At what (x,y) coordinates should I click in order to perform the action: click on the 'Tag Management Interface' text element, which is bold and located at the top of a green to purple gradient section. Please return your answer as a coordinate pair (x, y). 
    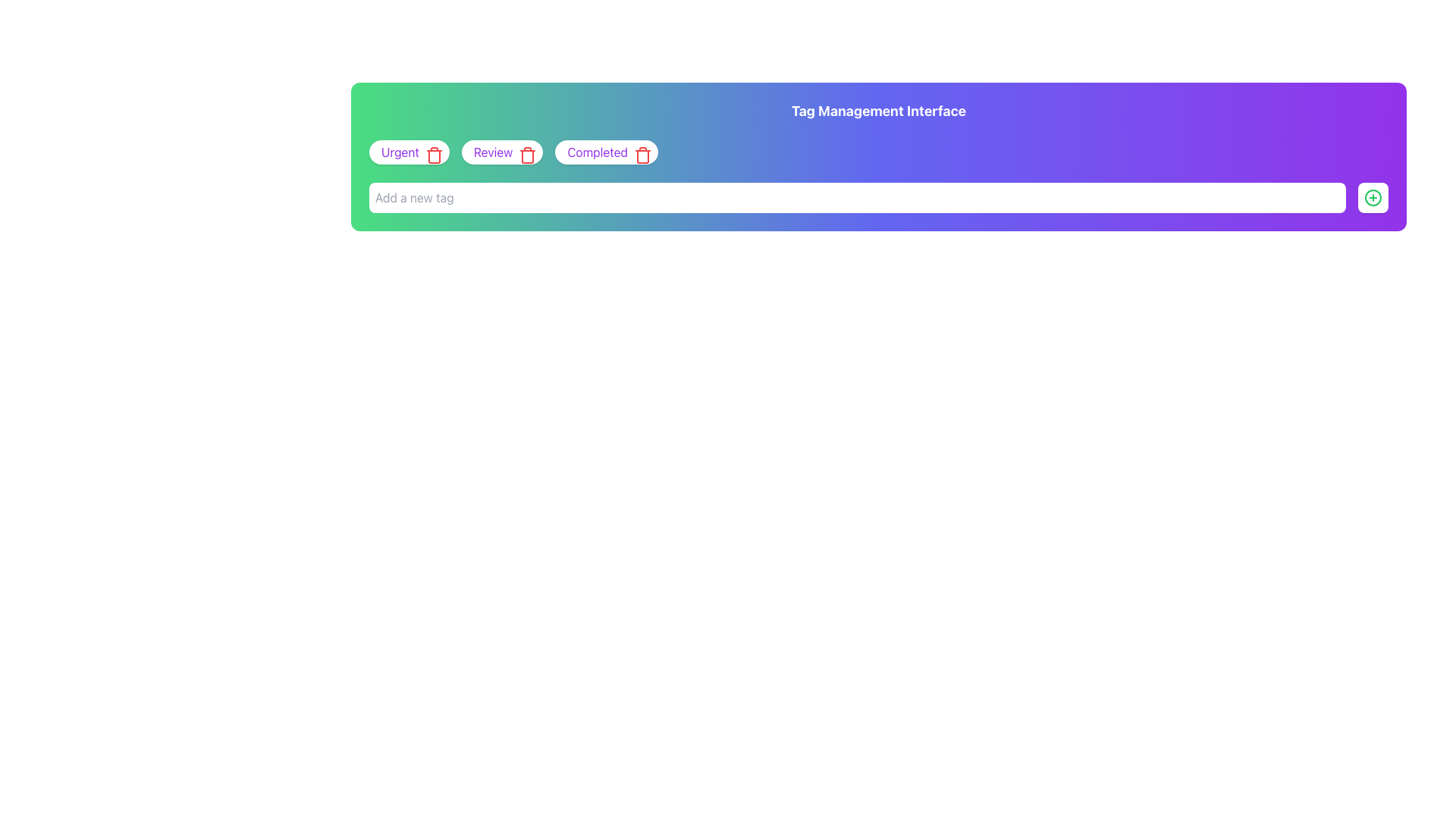
    Looking at the image, I should click on (878, 110).